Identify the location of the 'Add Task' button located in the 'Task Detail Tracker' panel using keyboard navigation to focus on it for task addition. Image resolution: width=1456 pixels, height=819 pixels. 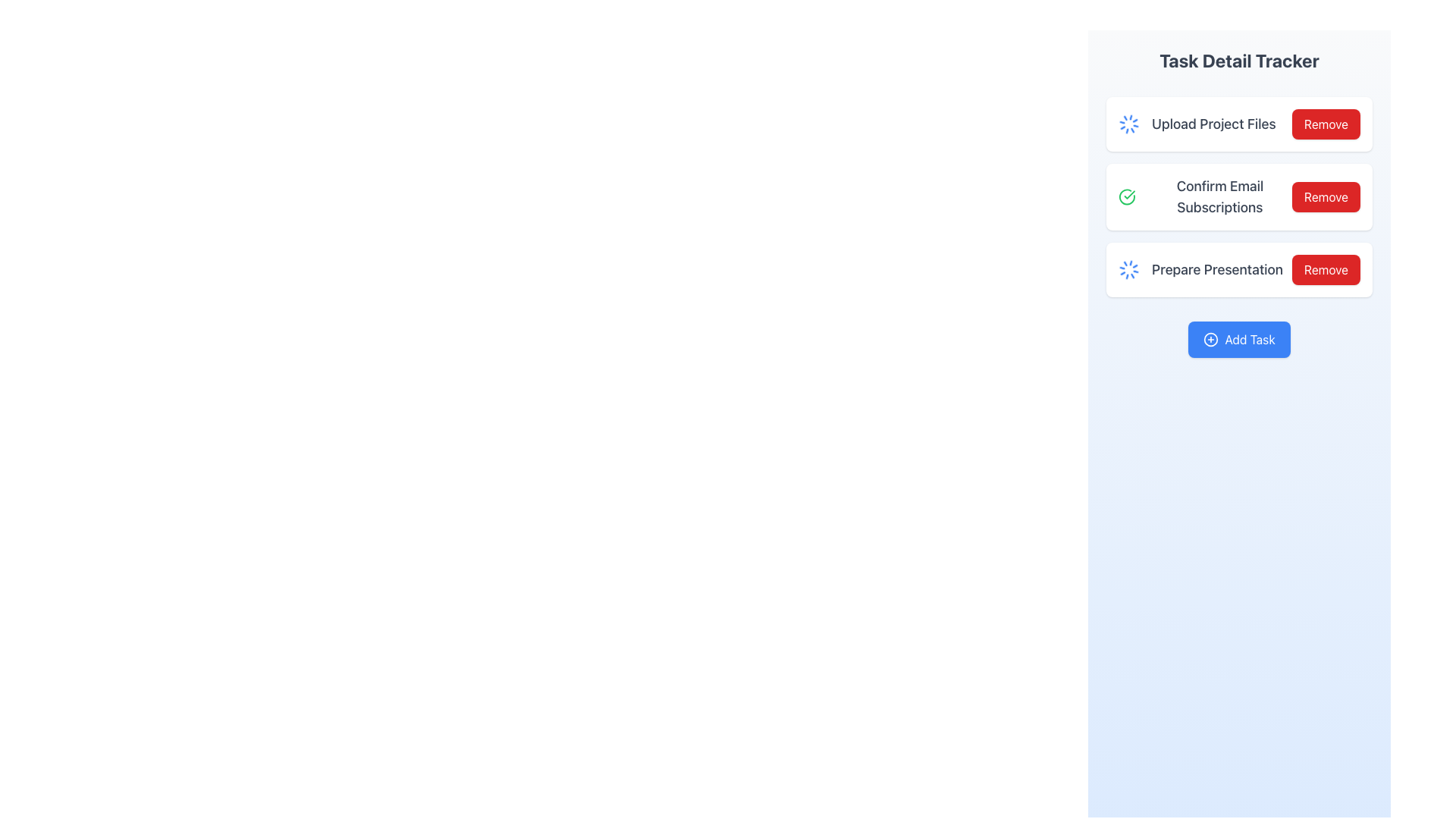
(1239, 338).